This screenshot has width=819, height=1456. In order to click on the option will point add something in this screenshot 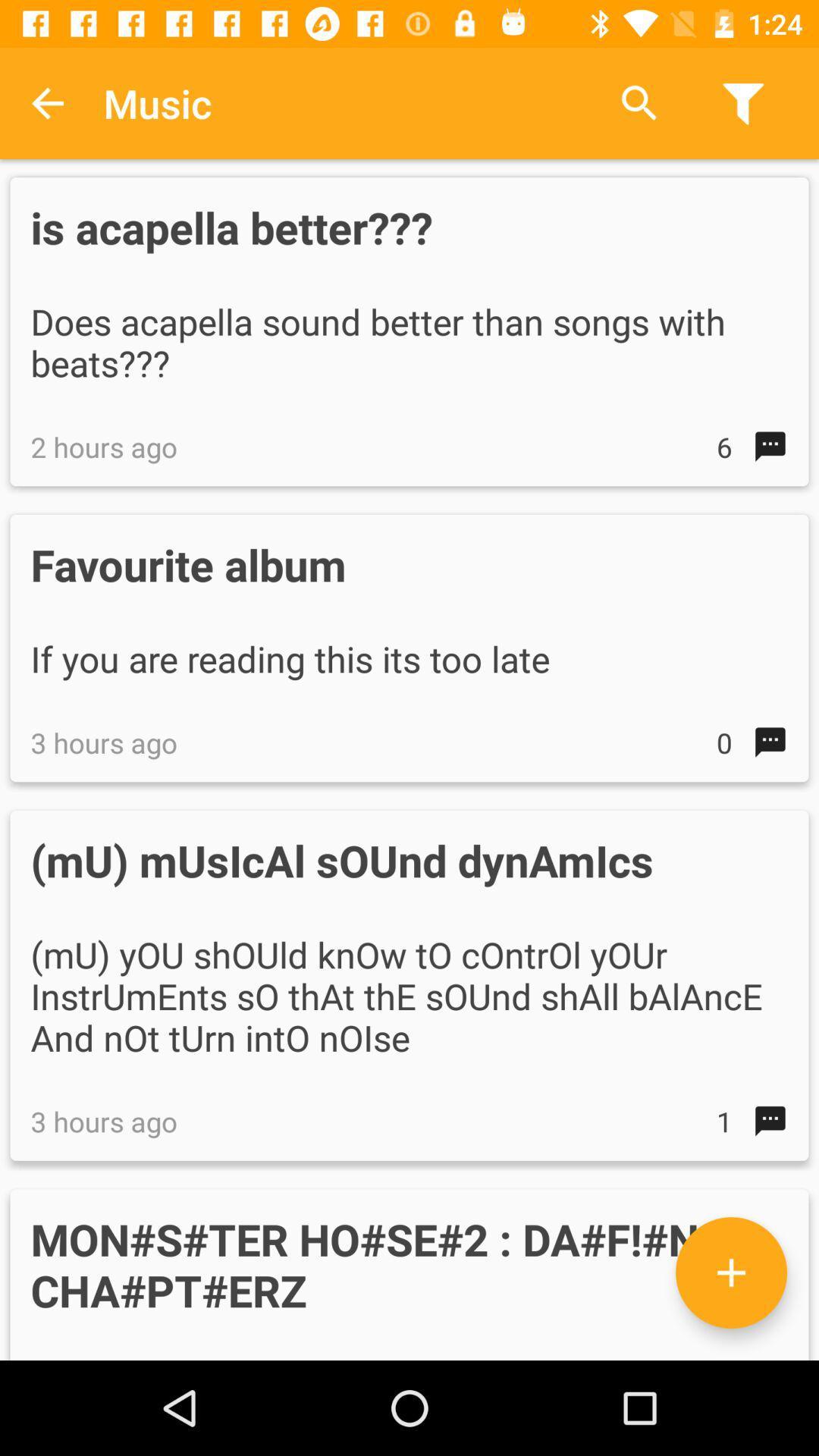, I will do `click(730, 1272)`.